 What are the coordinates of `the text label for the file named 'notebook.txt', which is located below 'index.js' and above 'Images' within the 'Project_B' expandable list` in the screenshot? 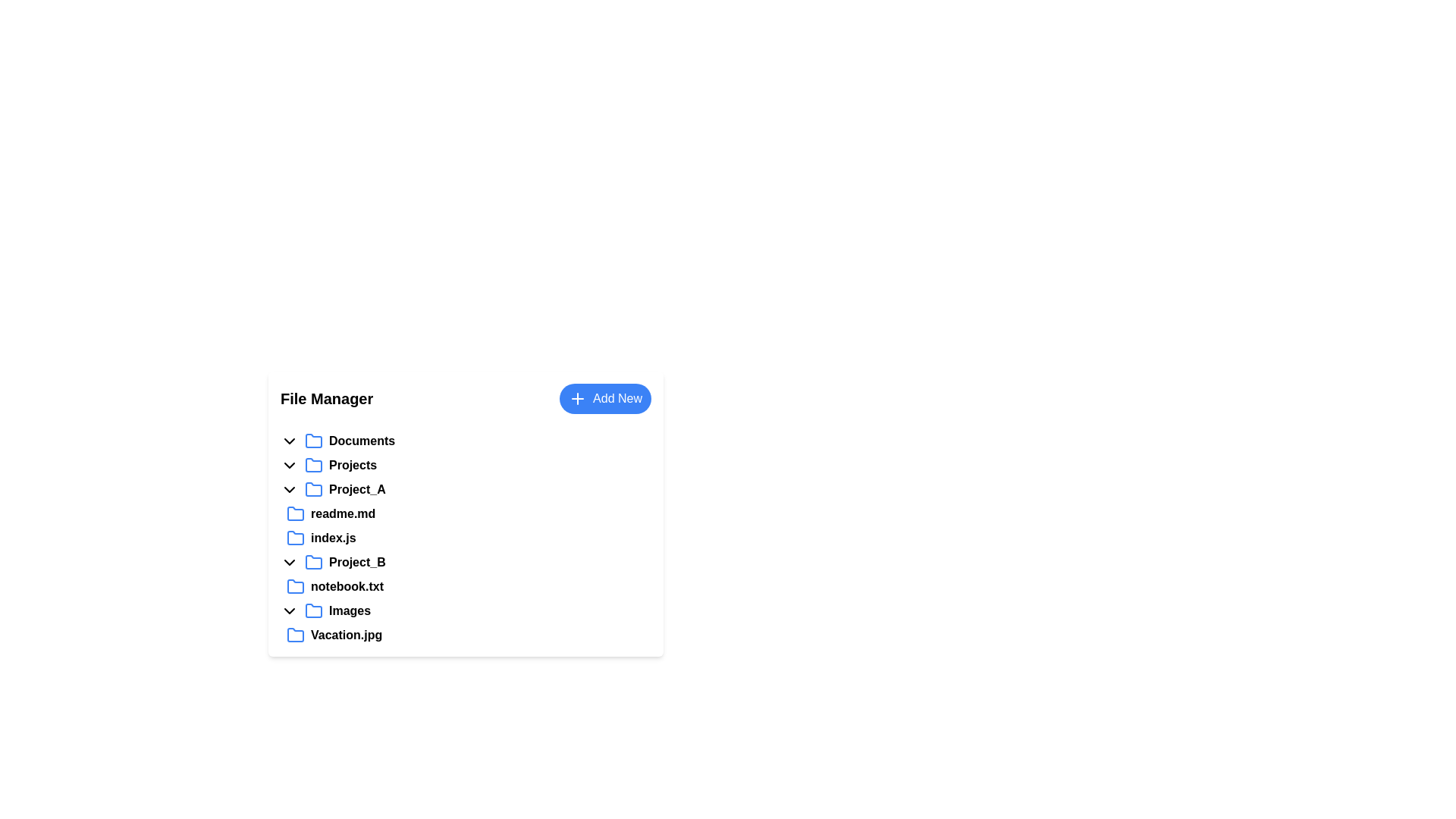 It's located at (346, 586).